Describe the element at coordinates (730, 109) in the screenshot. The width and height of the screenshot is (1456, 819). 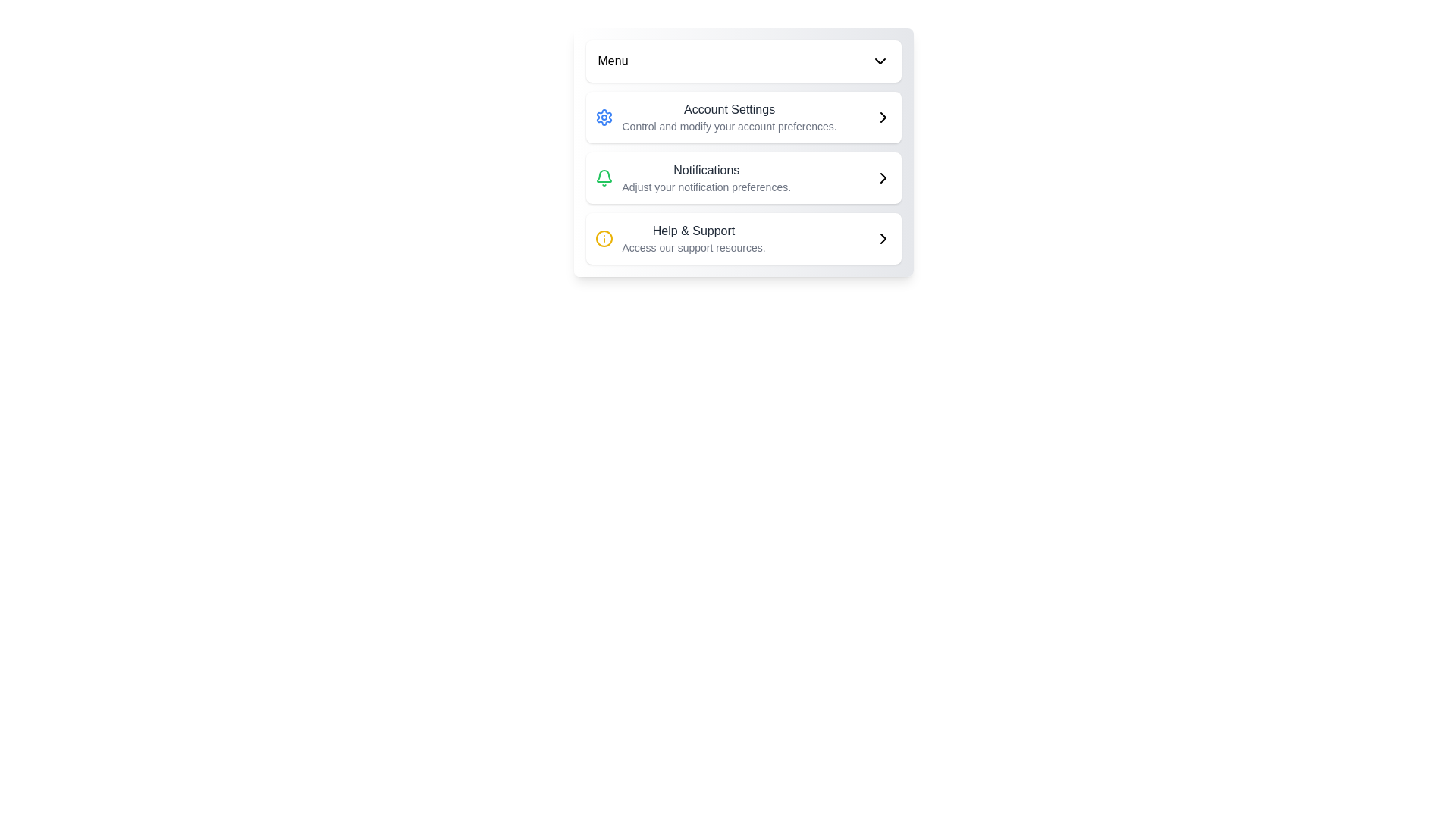
I see `the 'Account Settings' label, which is styled with a medium font weight and dark gray color, located in the first section of the vertical list of menu items` at that location.